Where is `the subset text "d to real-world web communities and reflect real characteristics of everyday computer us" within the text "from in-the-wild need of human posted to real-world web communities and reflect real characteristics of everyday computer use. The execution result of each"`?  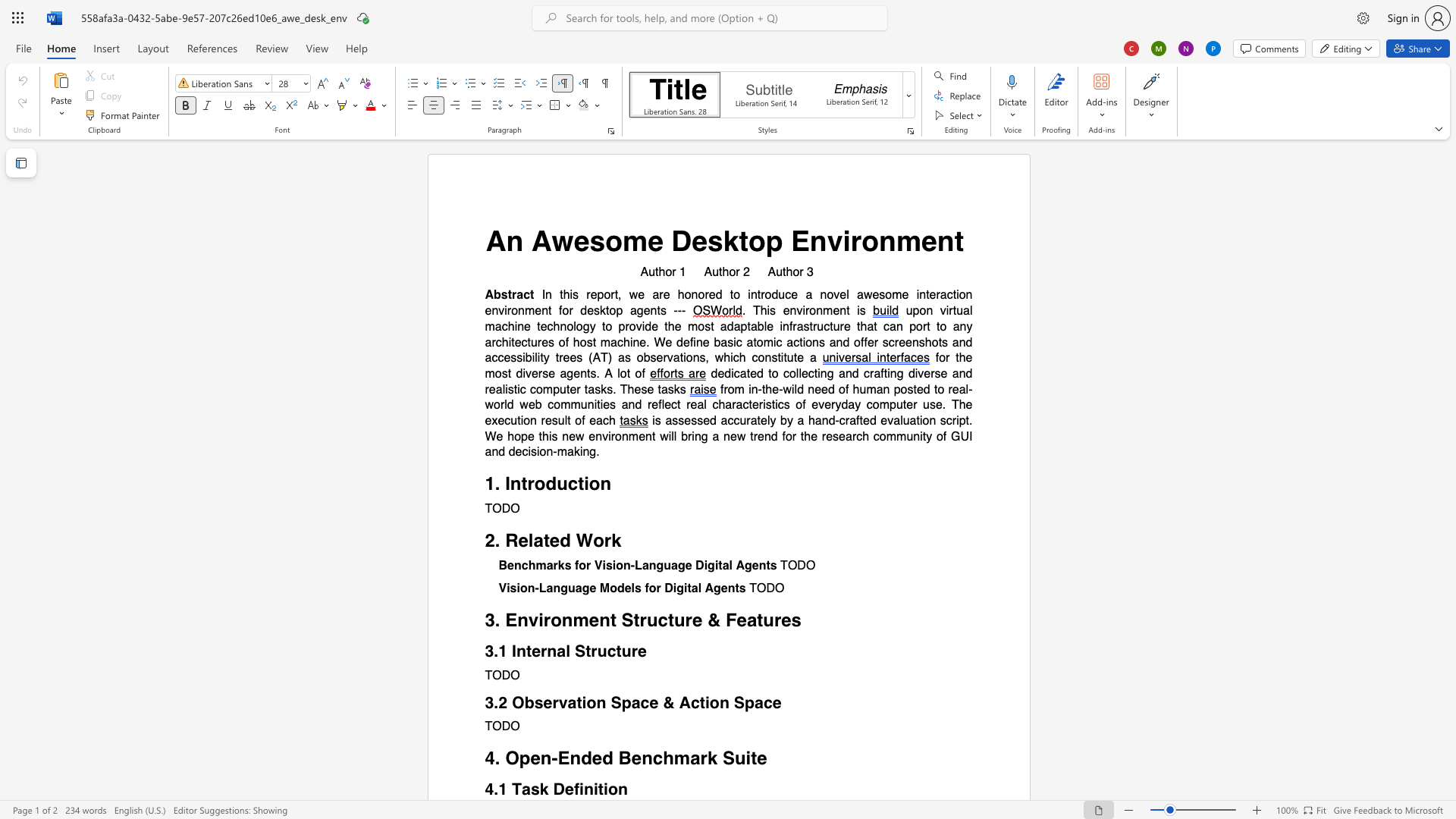
the subset text "d to real-world web communities and reflect real characteristics of everyday computer us" within the text "from in-the-wild need of human posted to real-world web communities and reflect real characteristics of everyday computer use. The execution result of each" is located at coordinates (922, 388).